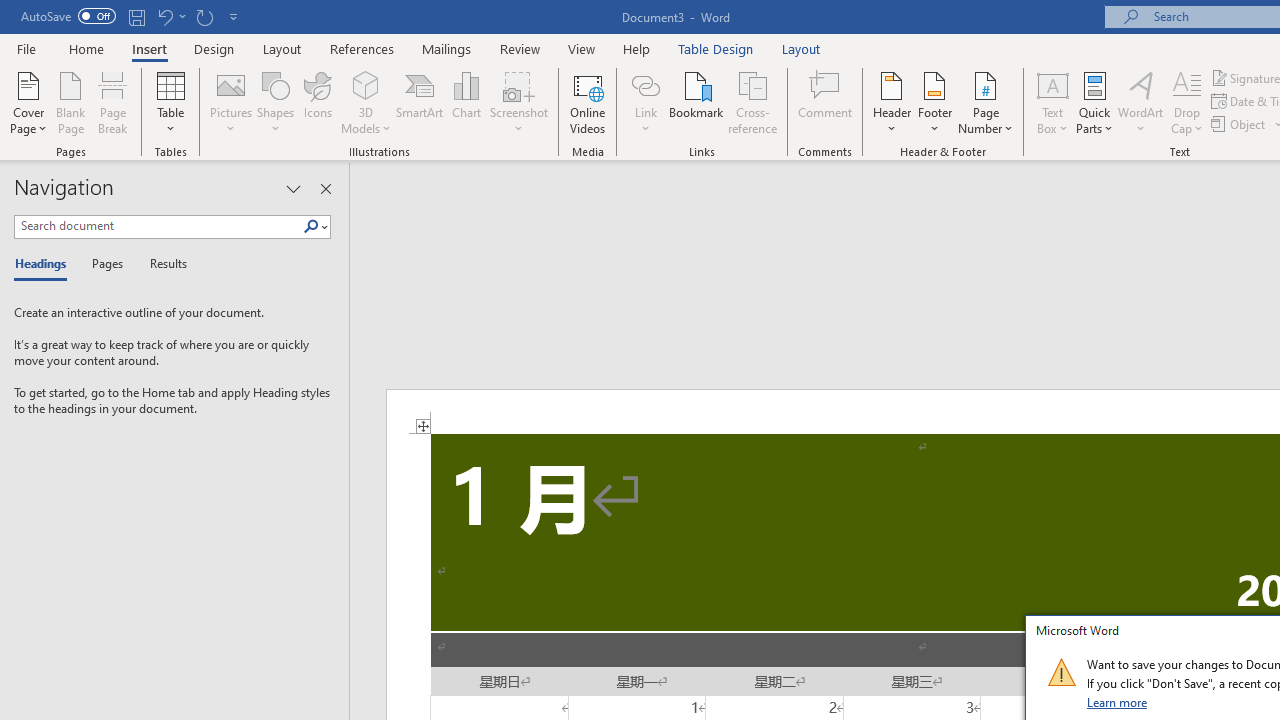 This screenshot has width=1280, height=720. Describe the element at coordinates (1051, 103) in the screenshot. I see `'Text Box'` at that location.